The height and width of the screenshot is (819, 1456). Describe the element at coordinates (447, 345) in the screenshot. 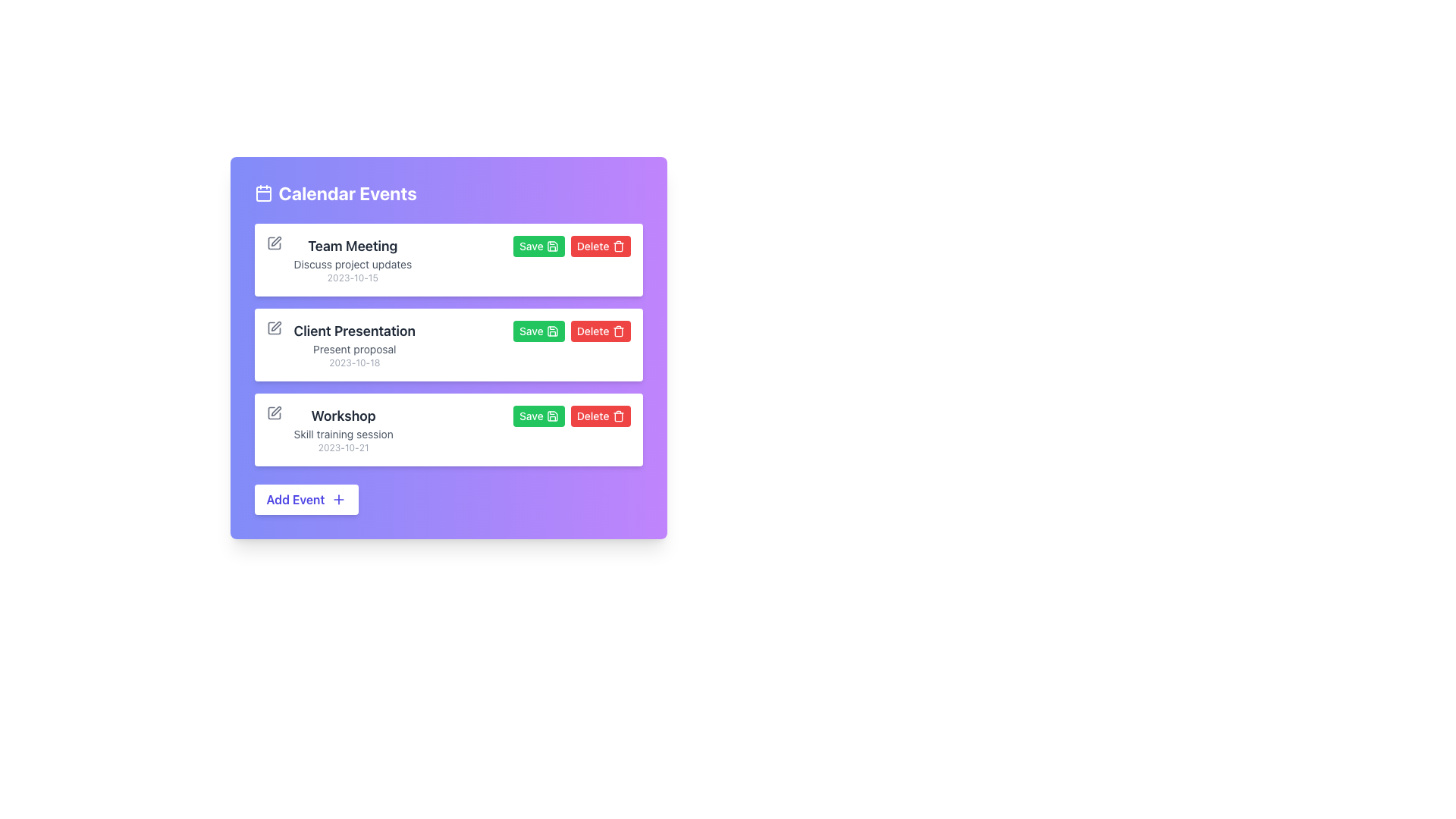

I see `the second event entry in the calendar application, which is located between 'Team Meeting' and 'Workshop'` at that location.